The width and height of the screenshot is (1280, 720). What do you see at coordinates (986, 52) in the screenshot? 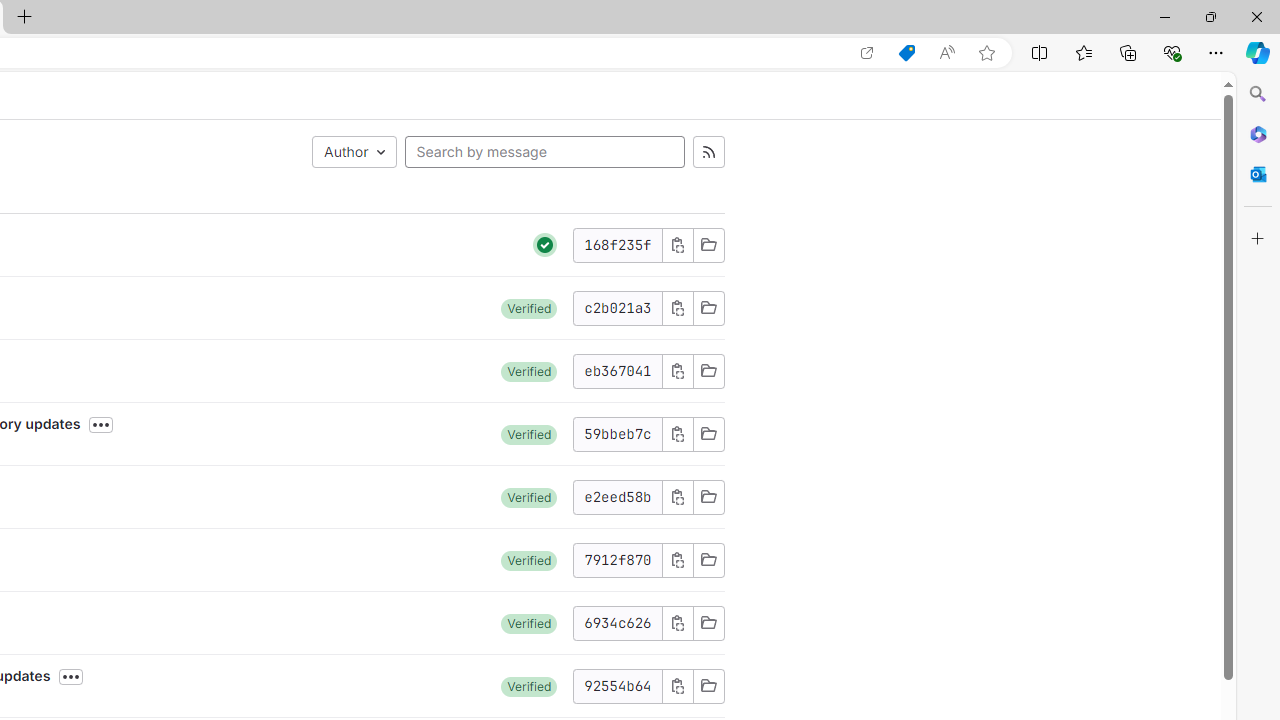
I see `'Add this page to favorites (Ctrl+D)'` at bounding box center [986, 52].